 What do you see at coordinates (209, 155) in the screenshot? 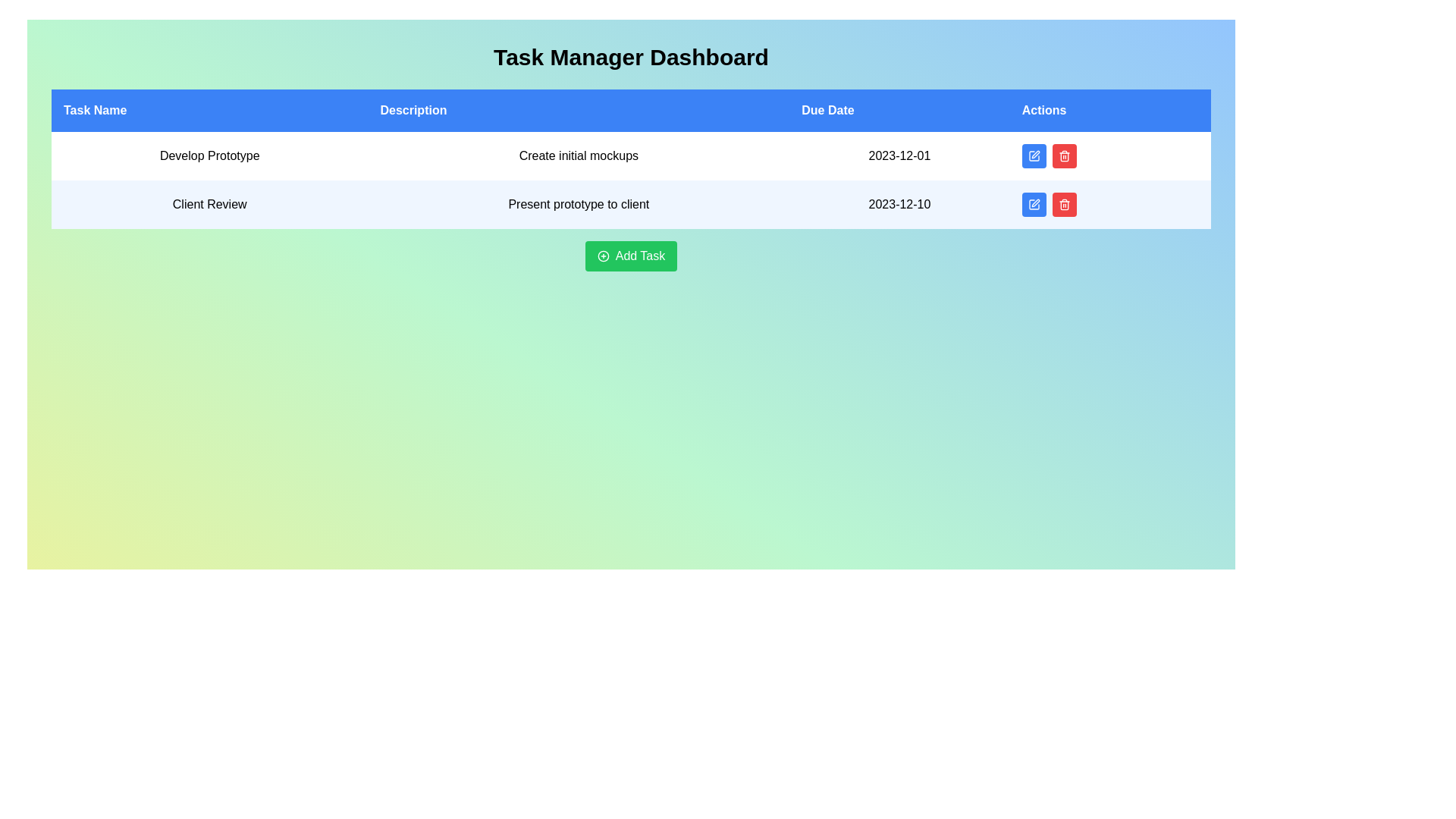
I see `the table cell content that serves as a label or descriptor for the task, located in the first row and first column of the table, above 'Client Review' and to the left of 'Create initial mockups'` at bounding box center [209, 155].